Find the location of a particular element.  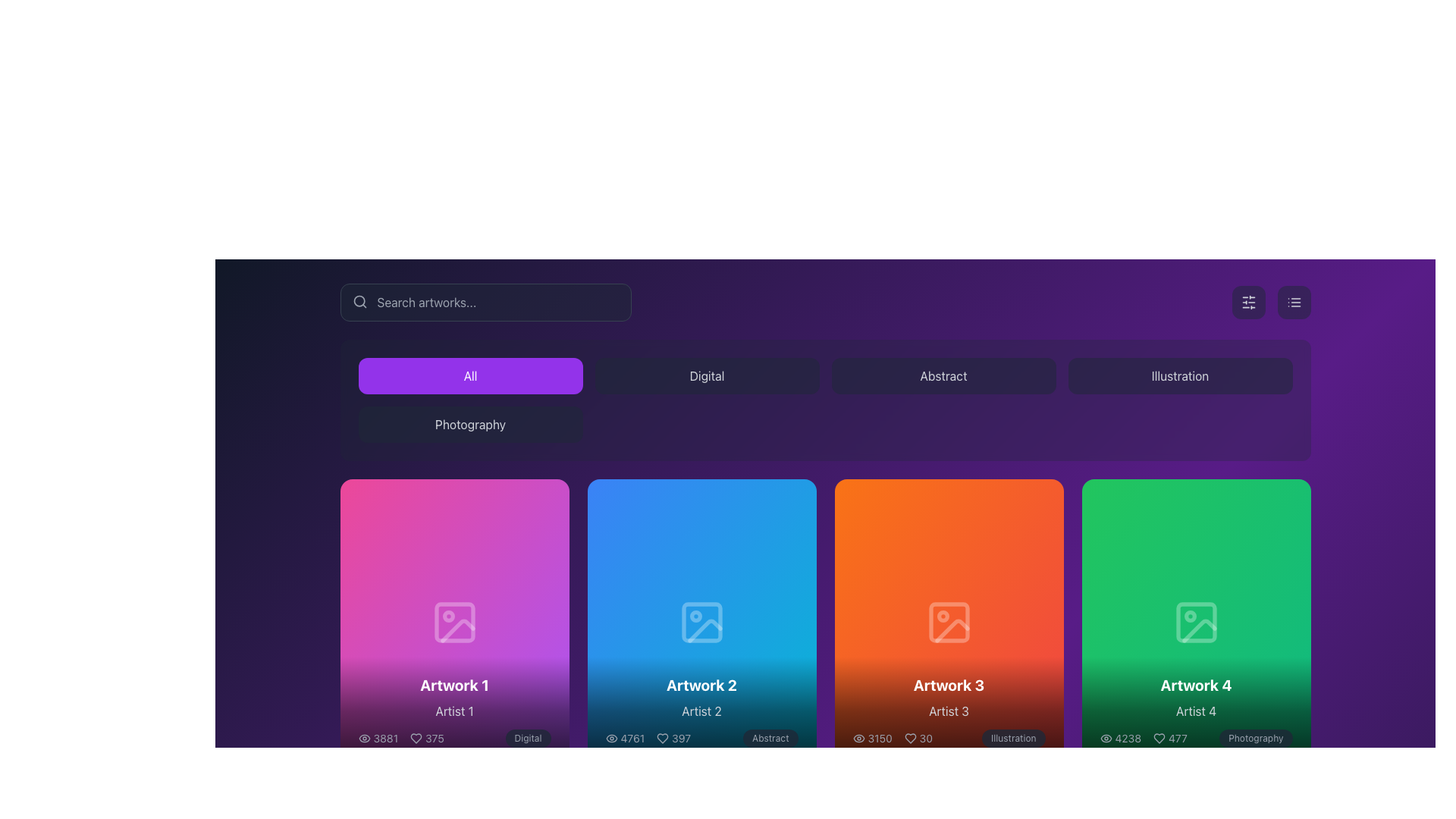

the second tile from the left in the grid, which features a blue is located at coordinates (701, 622).